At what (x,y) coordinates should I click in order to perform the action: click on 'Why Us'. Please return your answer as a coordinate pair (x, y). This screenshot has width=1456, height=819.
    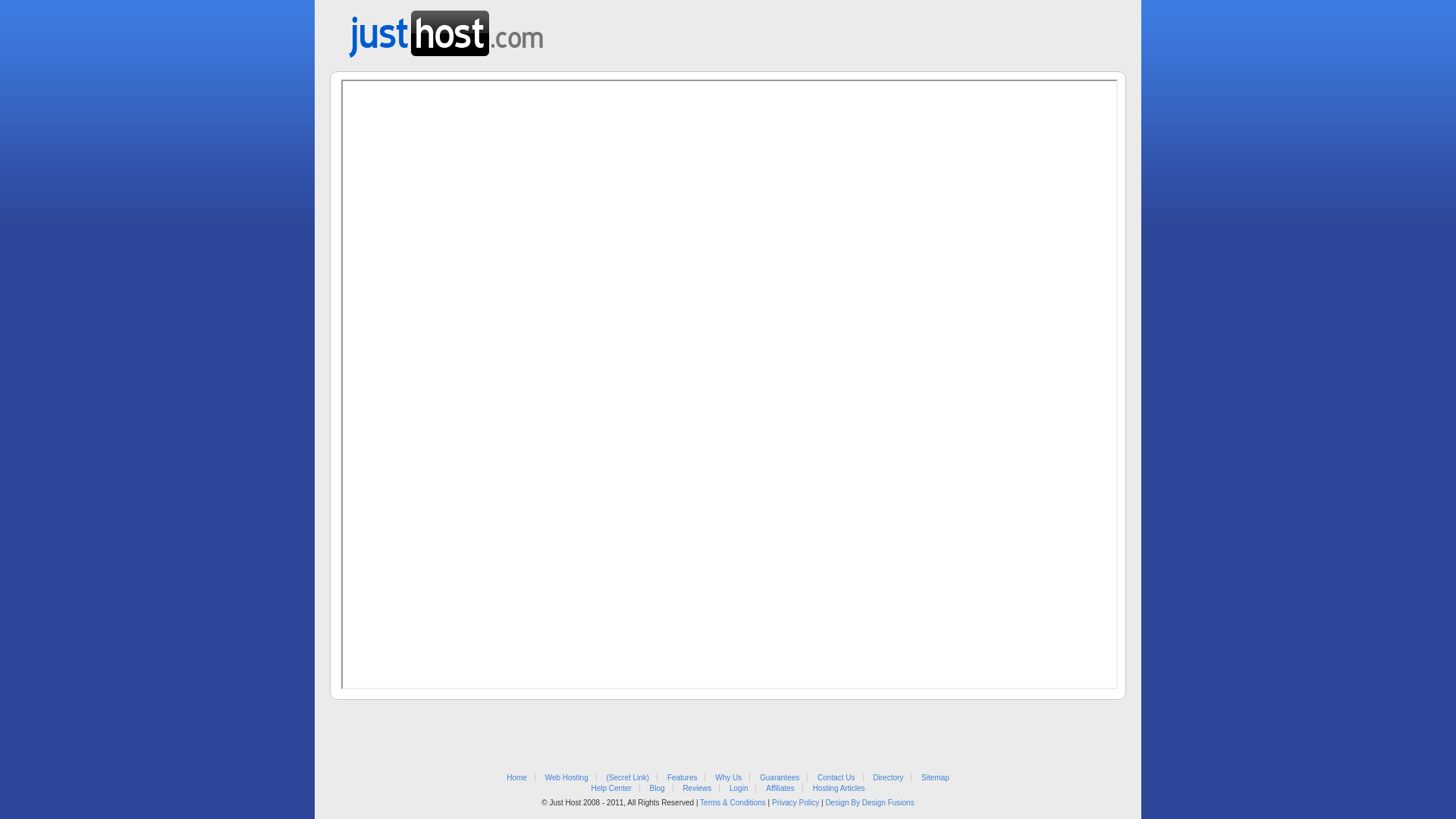
    Looking at the image, I should click on (728, 777).